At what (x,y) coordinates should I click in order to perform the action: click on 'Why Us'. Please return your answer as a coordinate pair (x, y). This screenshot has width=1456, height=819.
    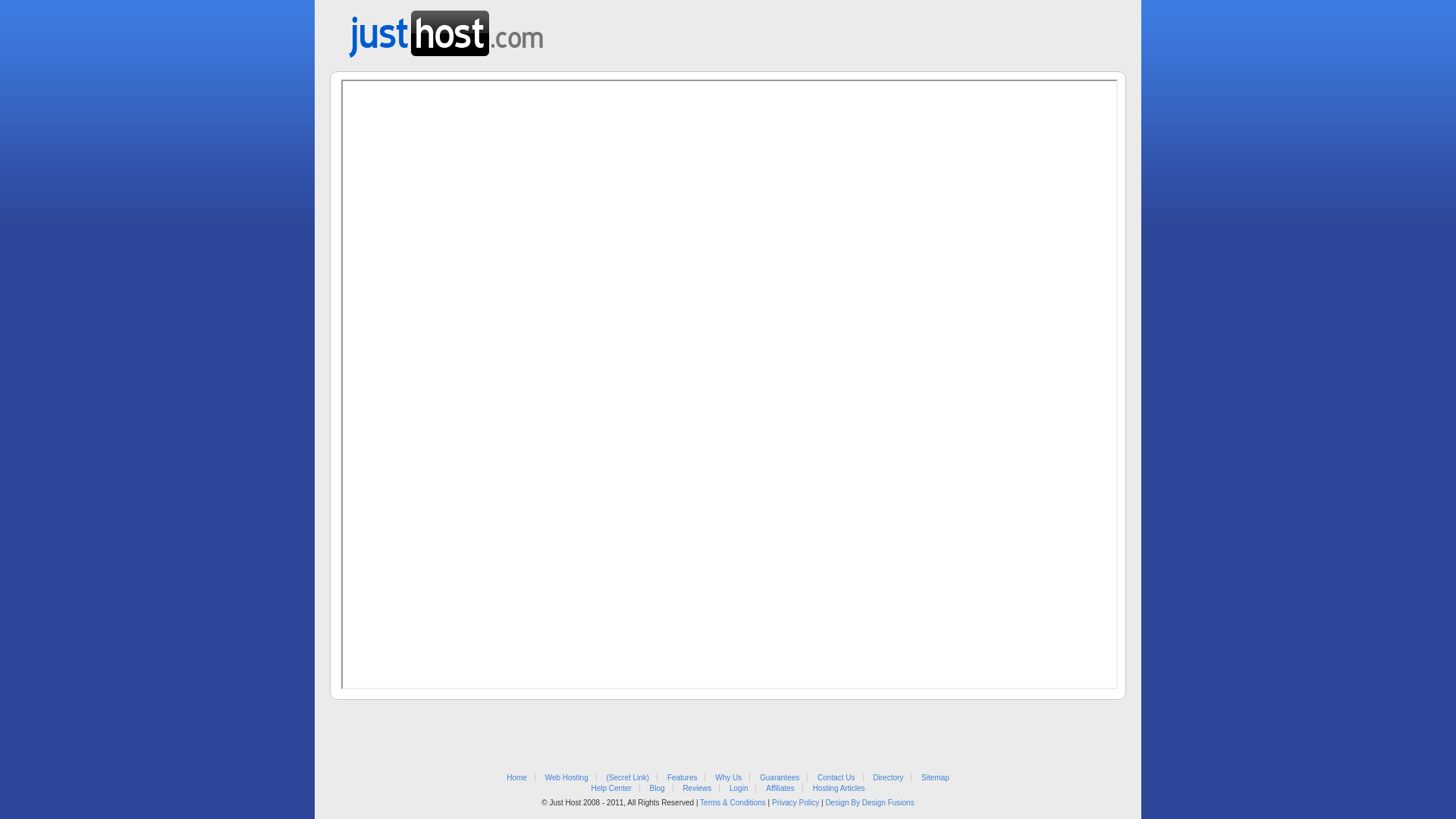
    Looking at the image, I should click on (728, 777).